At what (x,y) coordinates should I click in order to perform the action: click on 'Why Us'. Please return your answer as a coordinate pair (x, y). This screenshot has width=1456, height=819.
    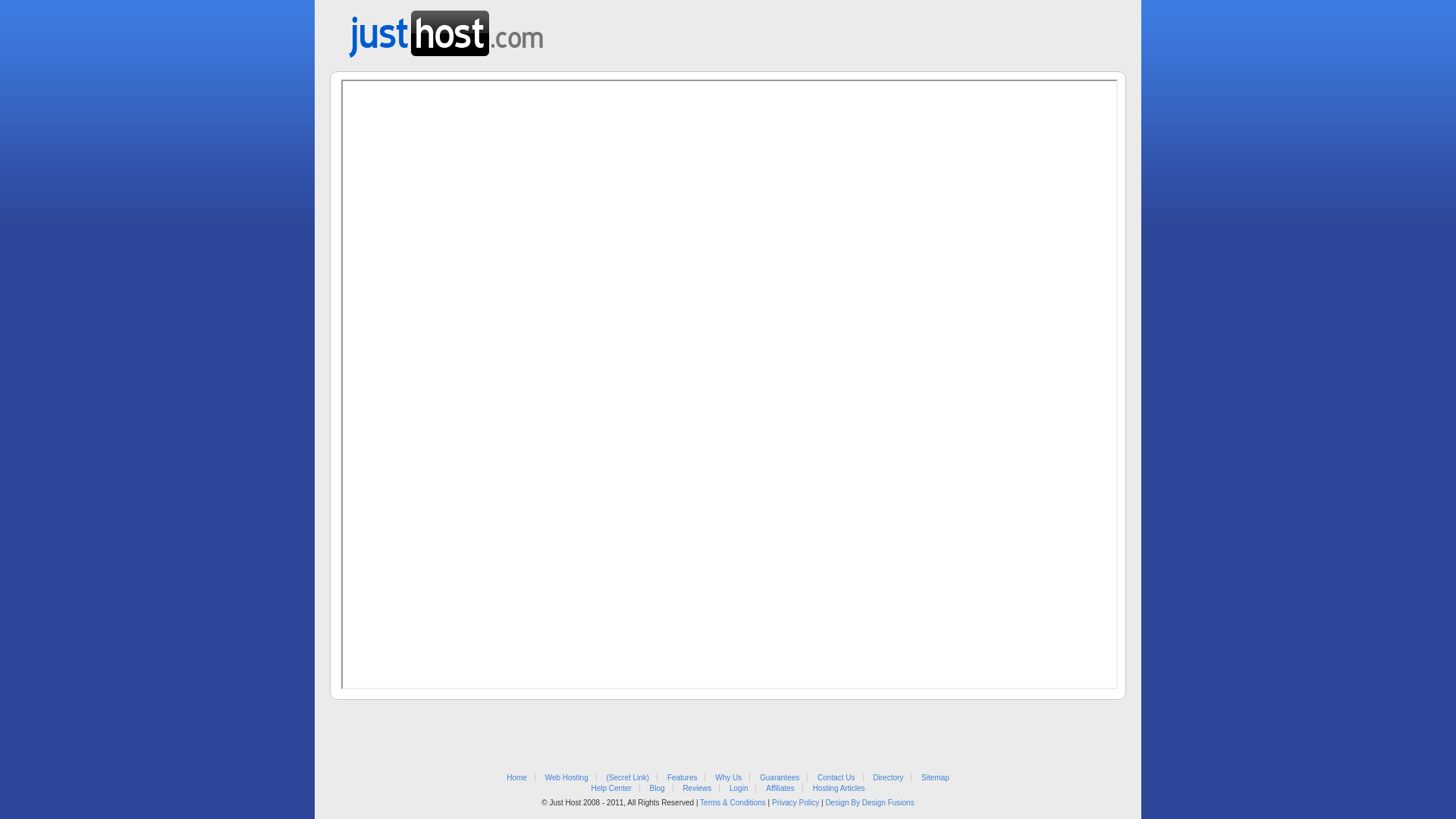
    Looking at the image, I should click on (728, 777).